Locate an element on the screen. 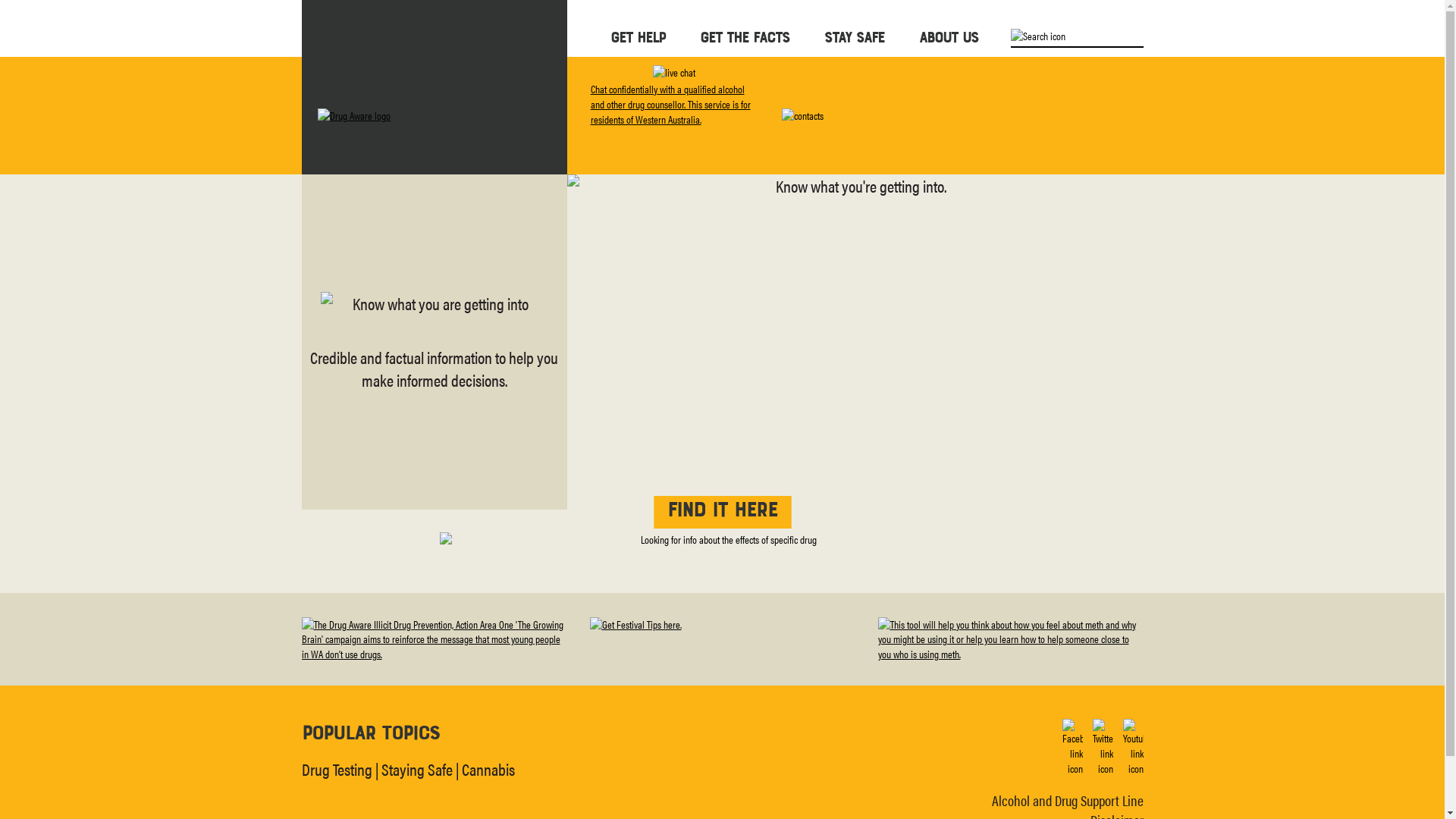 The width and height of the screenshot is (1456, 819). 'GET THE FACTS' is located at coordinates (743, 36).